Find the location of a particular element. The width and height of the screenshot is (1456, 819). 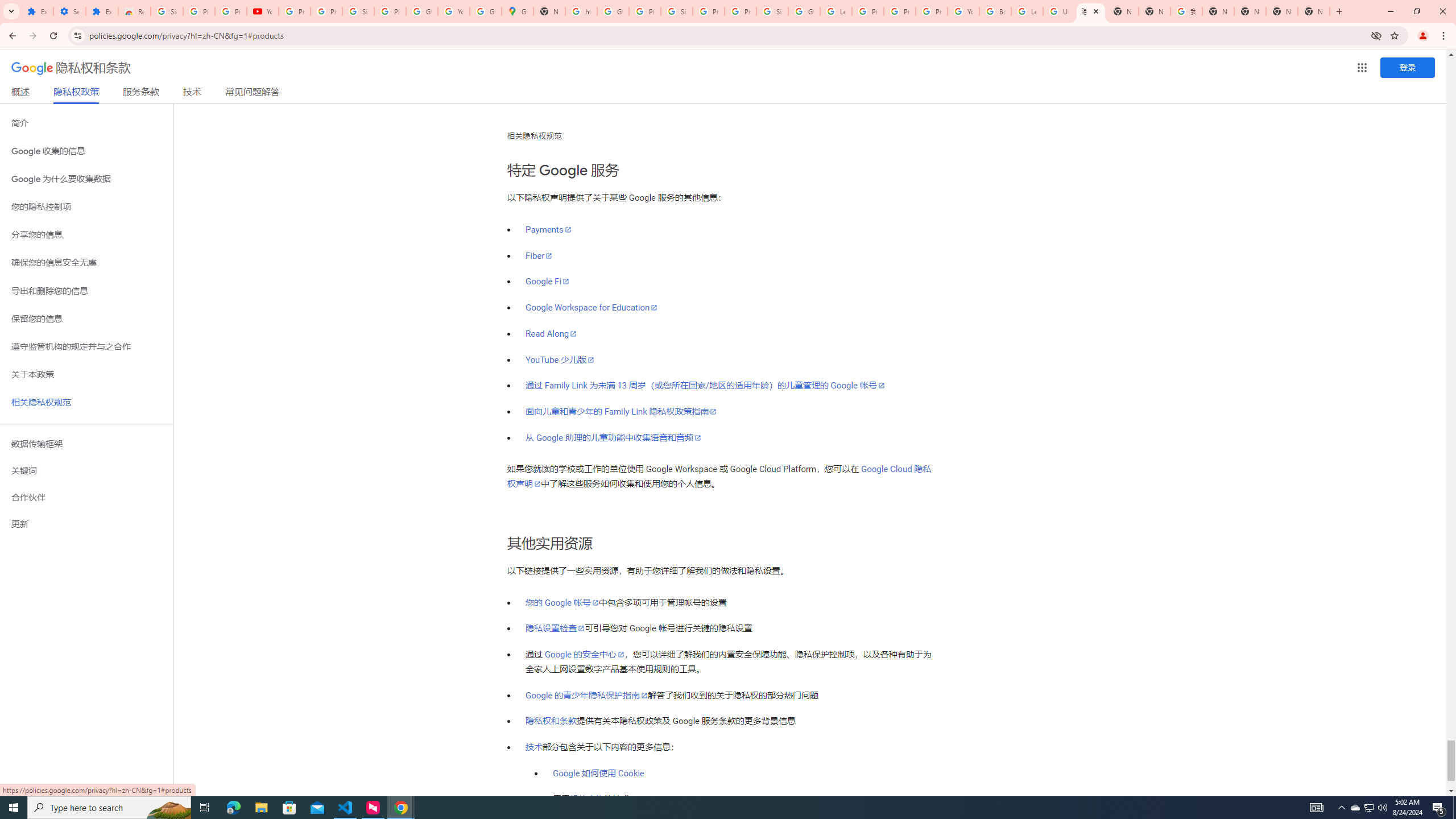

'Google Fi' is located at coordinates (547, 282).